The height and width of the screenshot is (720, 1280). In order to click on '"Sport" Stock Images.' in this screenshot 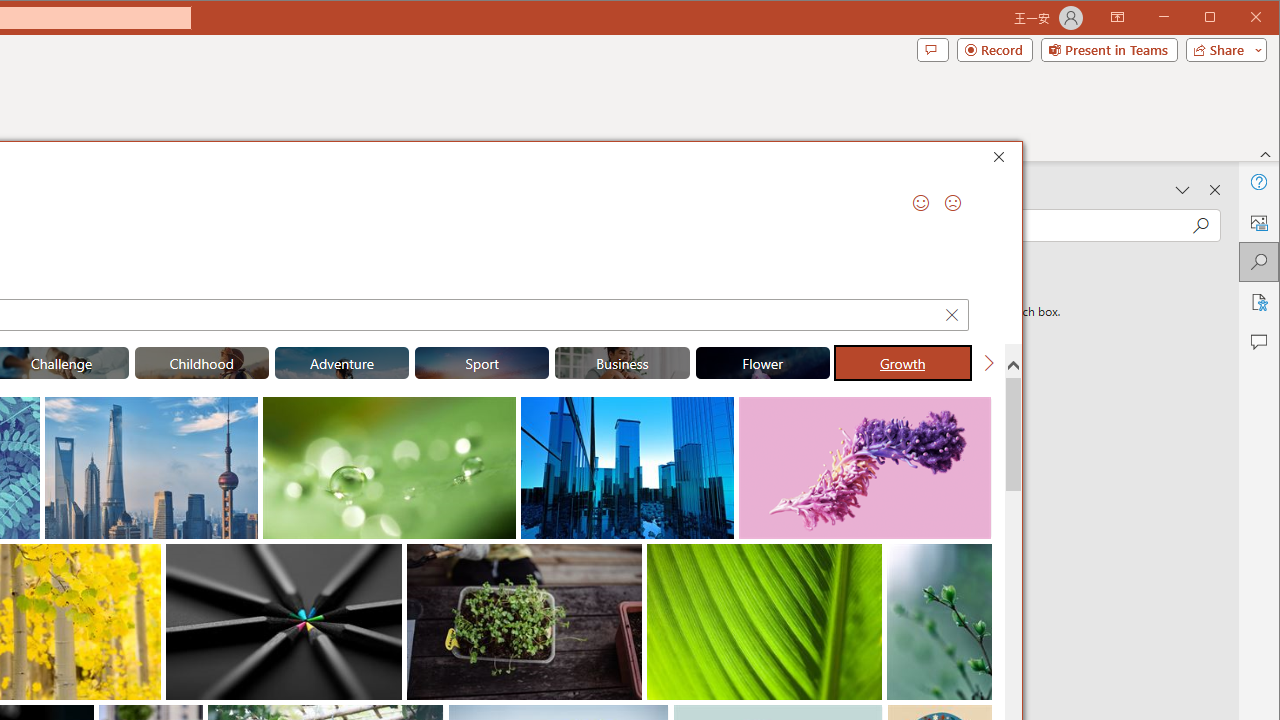, I will do `click(481, 362)`.